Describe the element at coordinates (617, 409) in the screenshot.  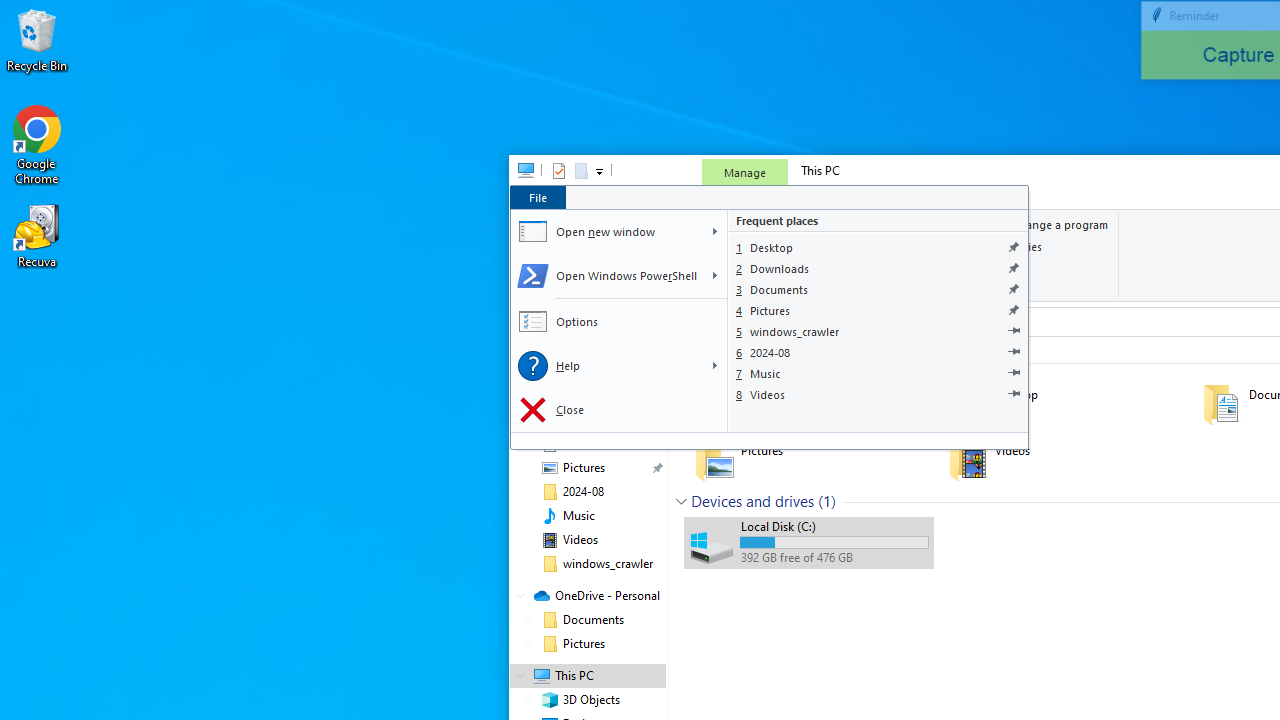
I see `'Close'` at that location.